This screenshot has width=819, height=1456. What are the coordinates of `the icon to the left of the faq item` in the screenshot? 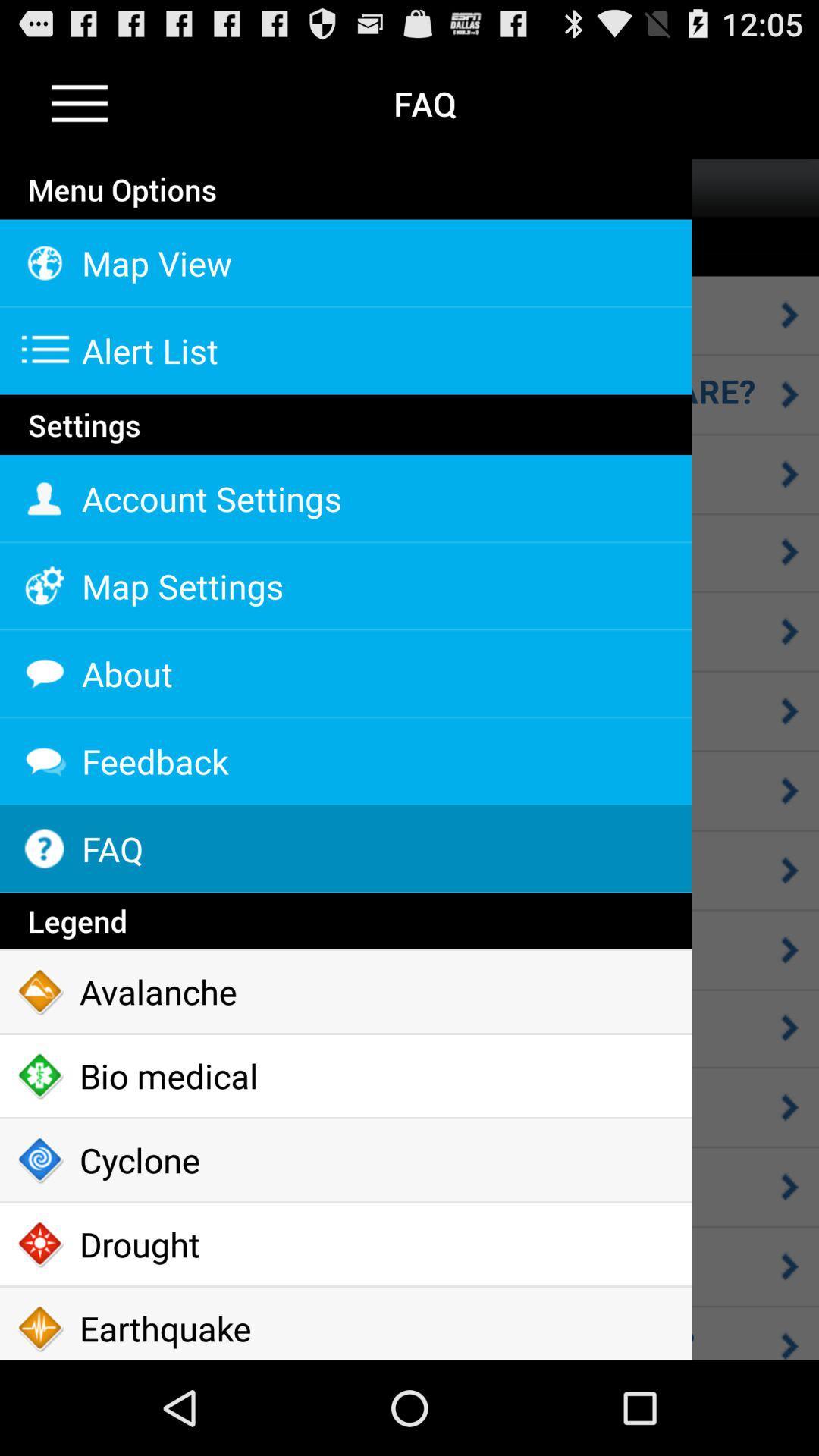 It's located at (80, 102).